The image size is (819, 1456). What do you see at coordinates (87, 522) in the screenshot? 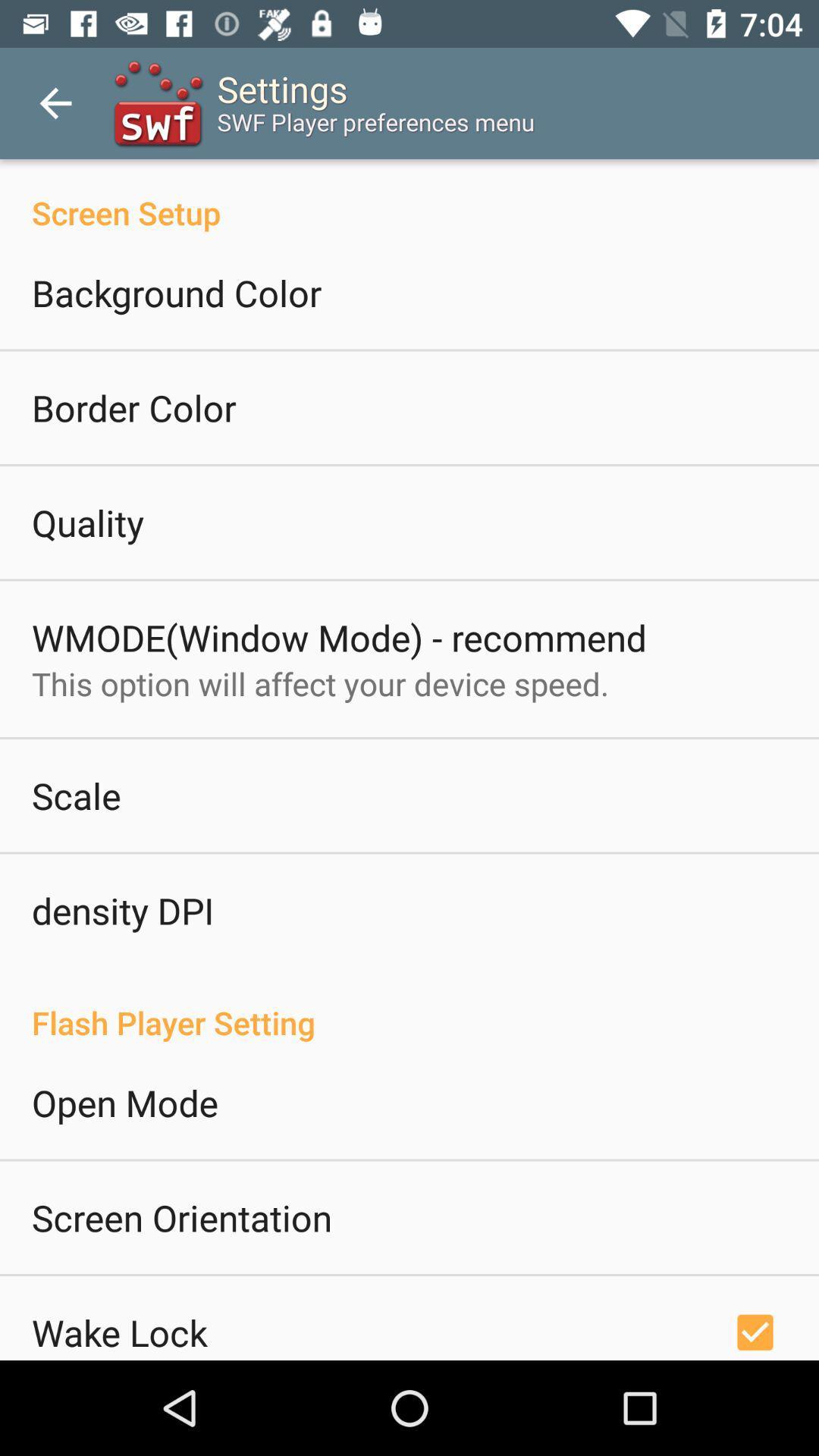
I see `quality` at bounding box center [87, 522].